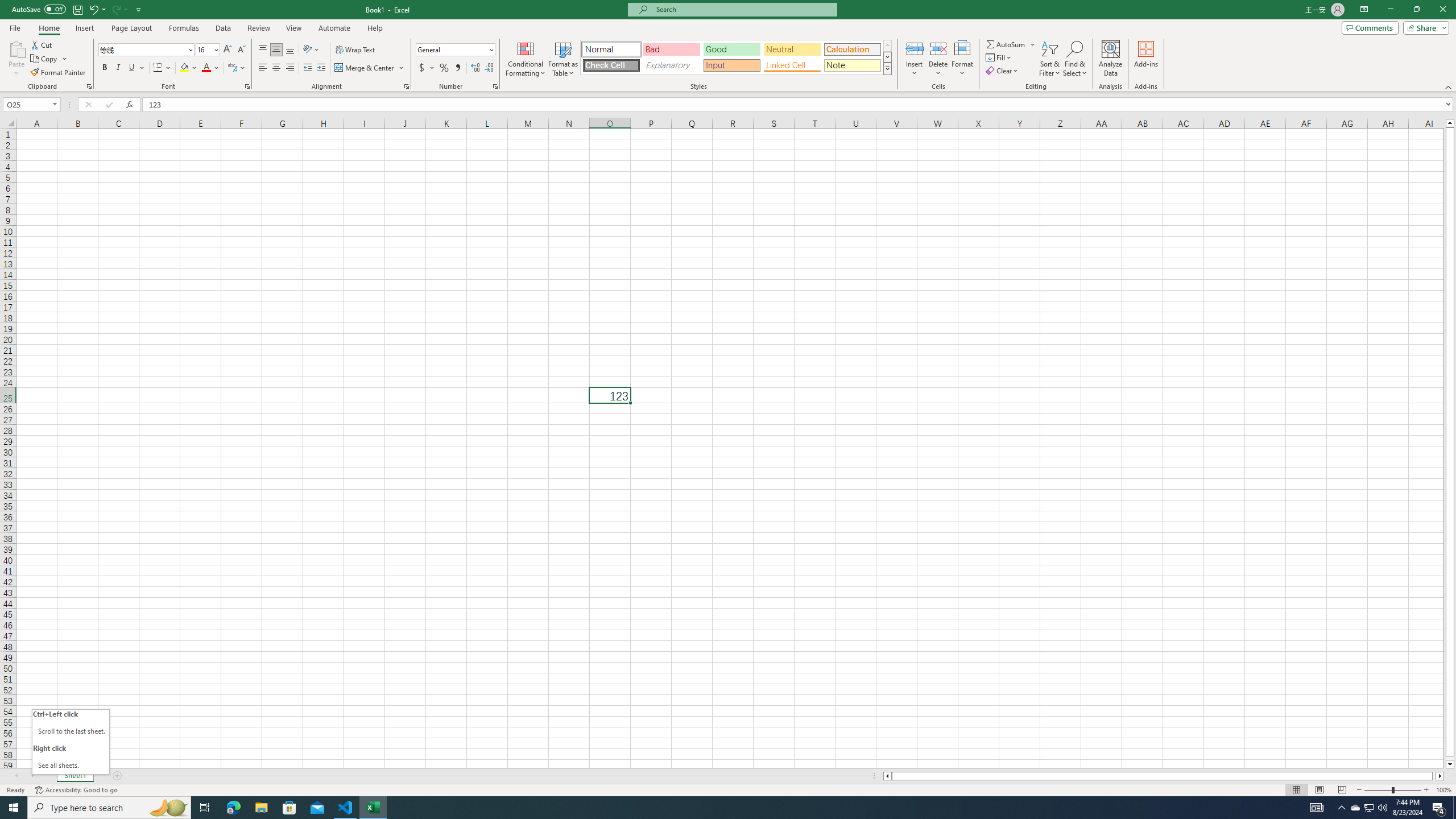  Describe the element at coordinates (475, 67) in the screenshot. I see `'Increase Decimal'` at that location.